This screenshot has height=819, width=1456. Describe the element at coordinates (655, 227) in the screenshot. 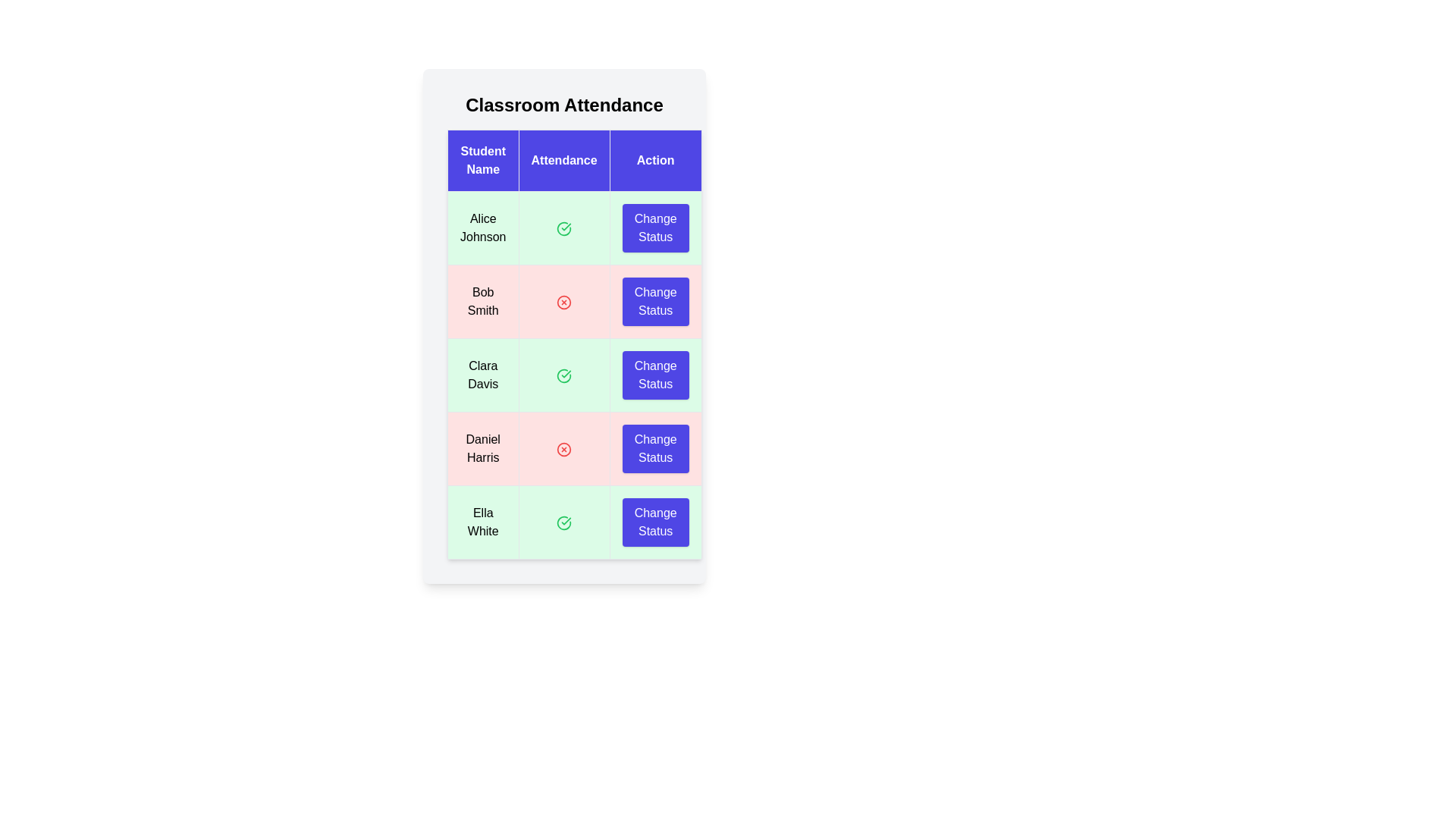

I see `the 'Change Status' button for a specific student to toggle their attendance status` at that location.